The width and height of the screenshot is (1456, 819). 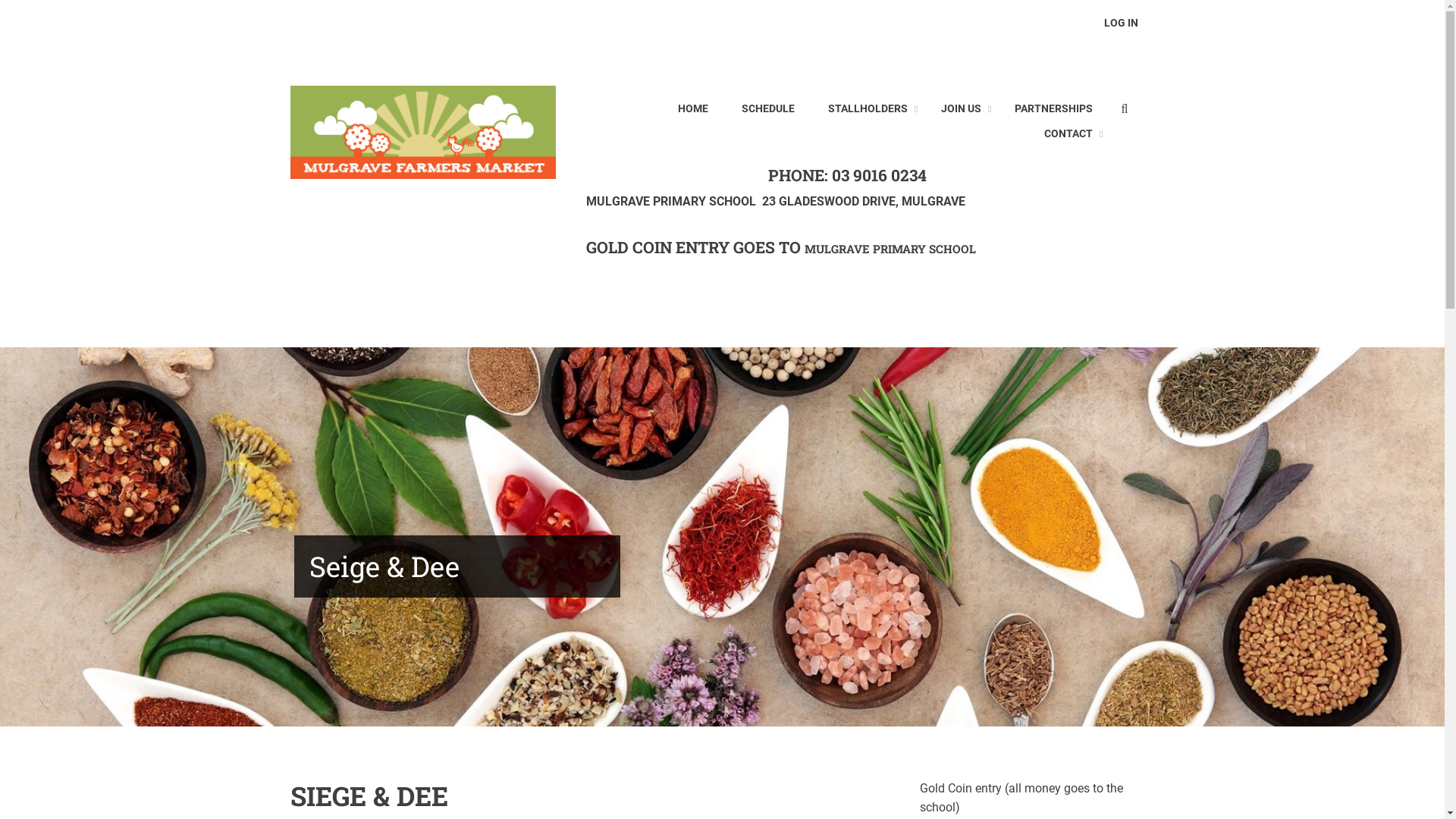 What do you see at coordinates (927, 108) in the screenshot?
I see `'JOIN US'` at bounding box center [927, 108].